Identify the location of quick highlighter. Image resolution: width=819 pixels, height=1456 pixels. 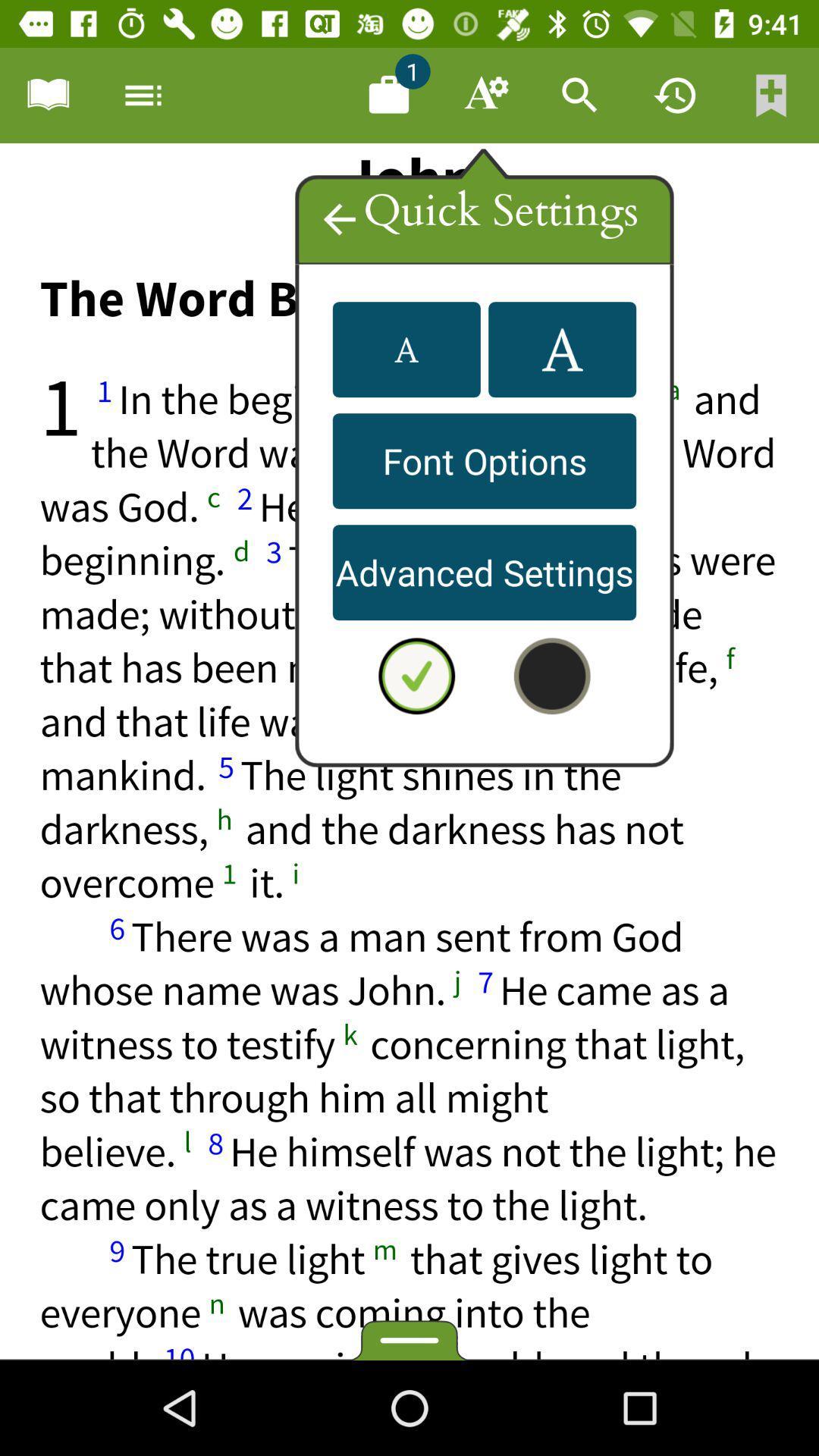
(409, 752).